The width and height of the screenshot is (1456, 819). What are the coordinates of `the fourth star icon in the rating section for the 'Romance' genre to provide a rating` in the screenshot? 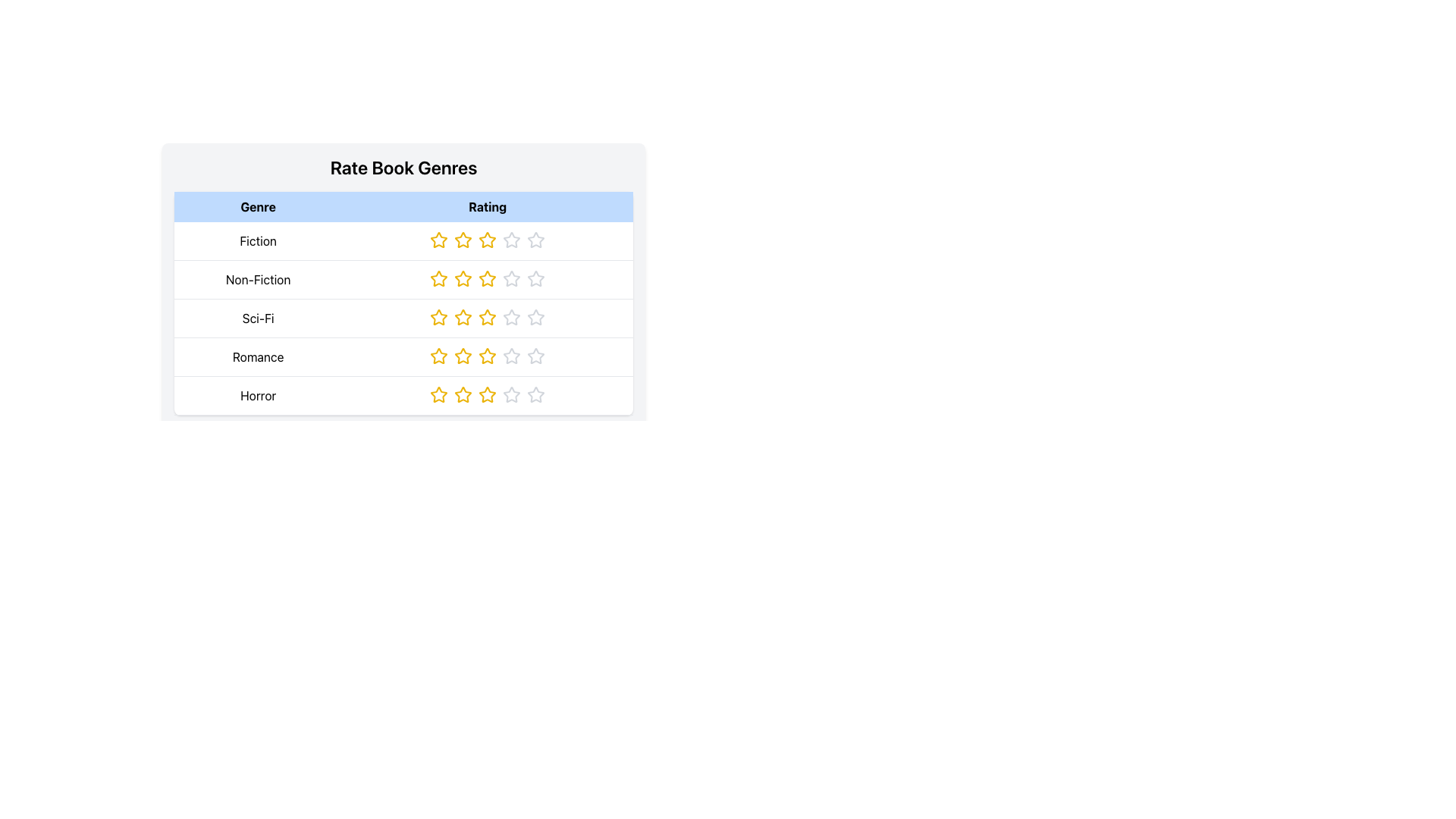 It's located at (512, 356).